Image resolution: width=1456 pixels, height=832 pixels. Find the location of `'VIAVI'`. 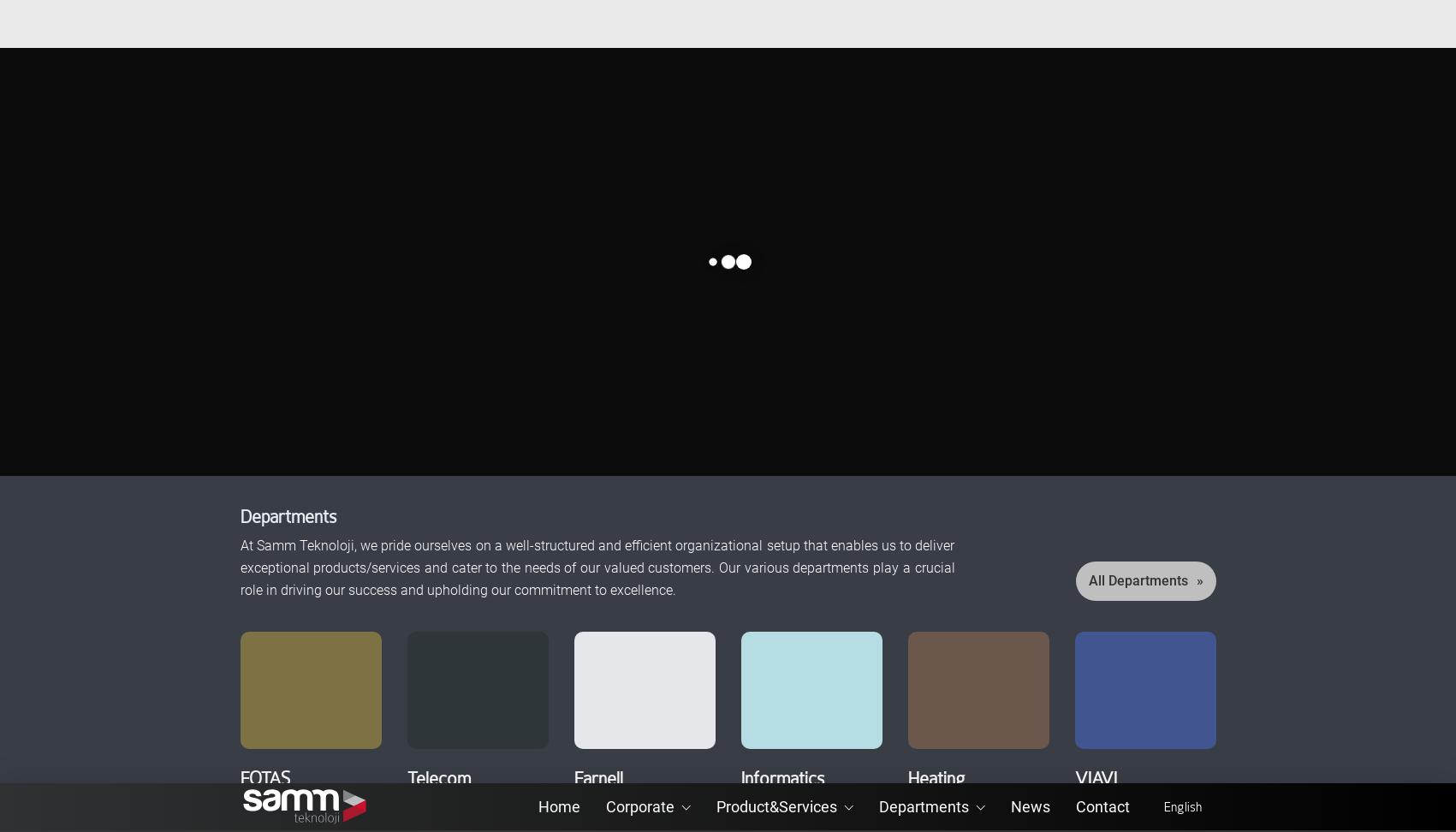

'VIAVI' is located at coordinates (894, 223).